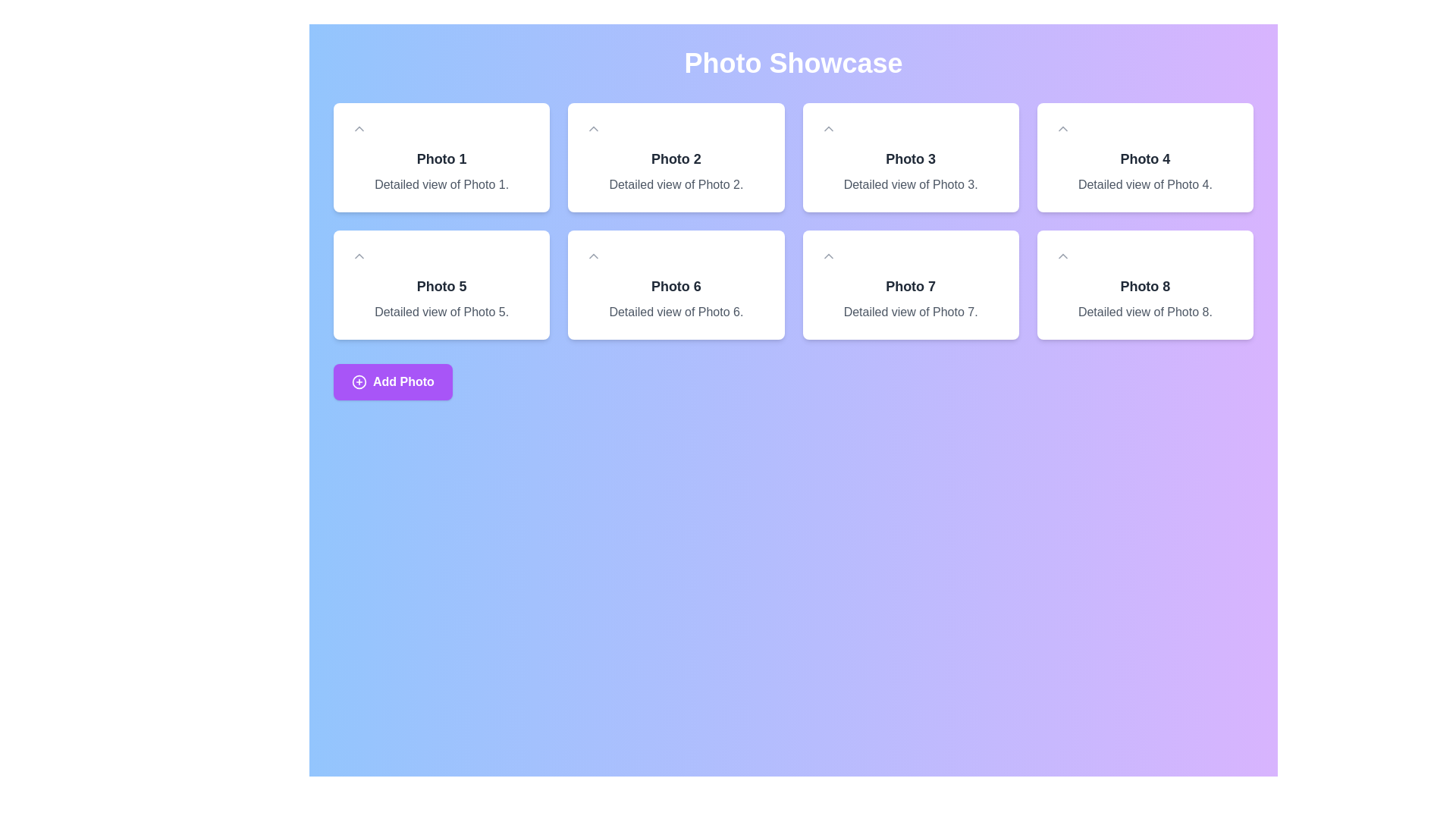 The image size is (1456, 819). What do you see at coordinates (675, 287) in the screenshot?
I see `the Text Label that identifies the associated photo section, located in the second row and third column of a 4x2 grid layout, between 'Photo 5' and 'Photo 7'` at bounding box center [675, 287].